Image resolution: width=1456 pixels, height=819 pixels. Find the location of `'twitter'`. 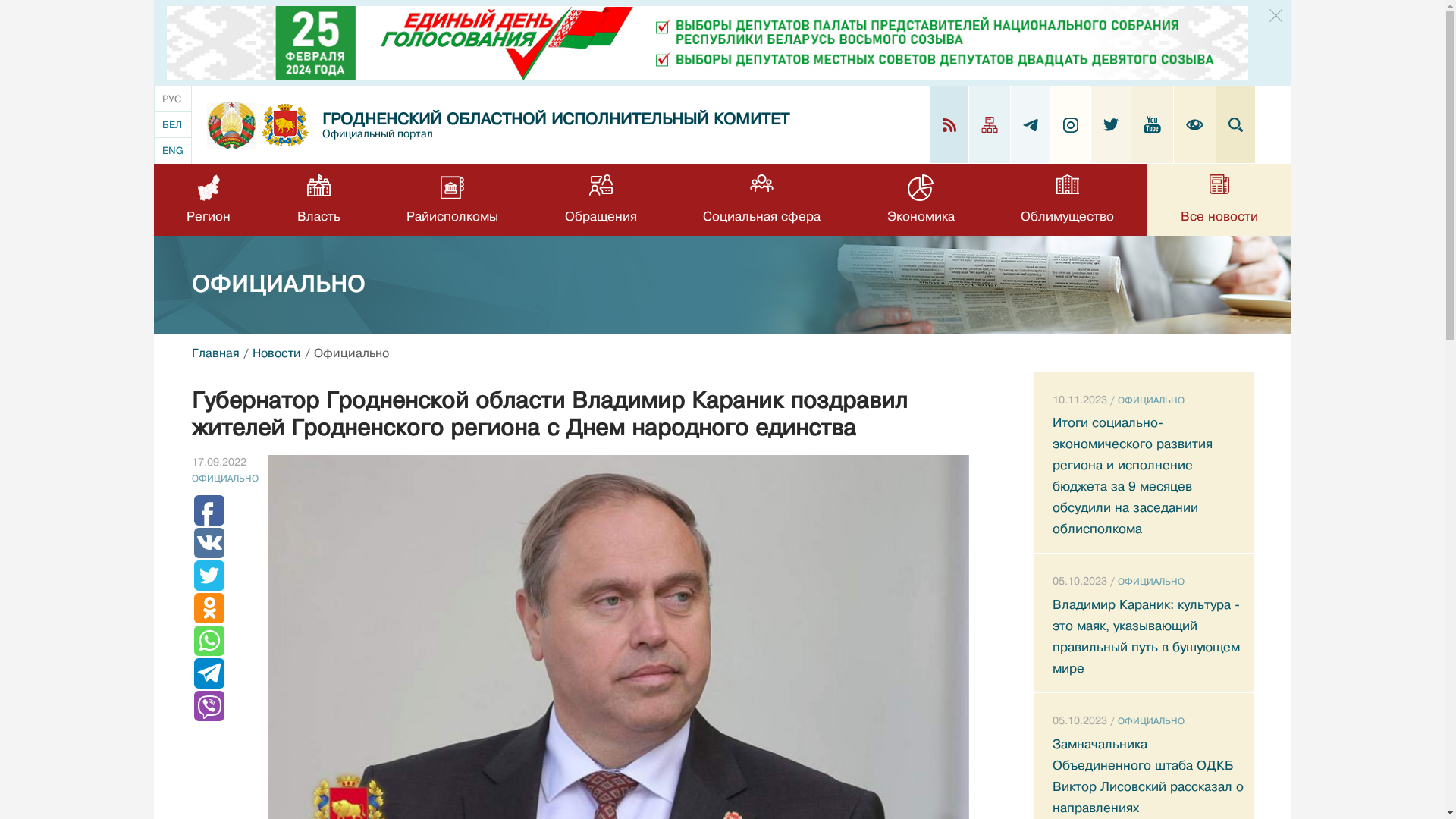

'twitter' is located at coordinates (1103, 124).